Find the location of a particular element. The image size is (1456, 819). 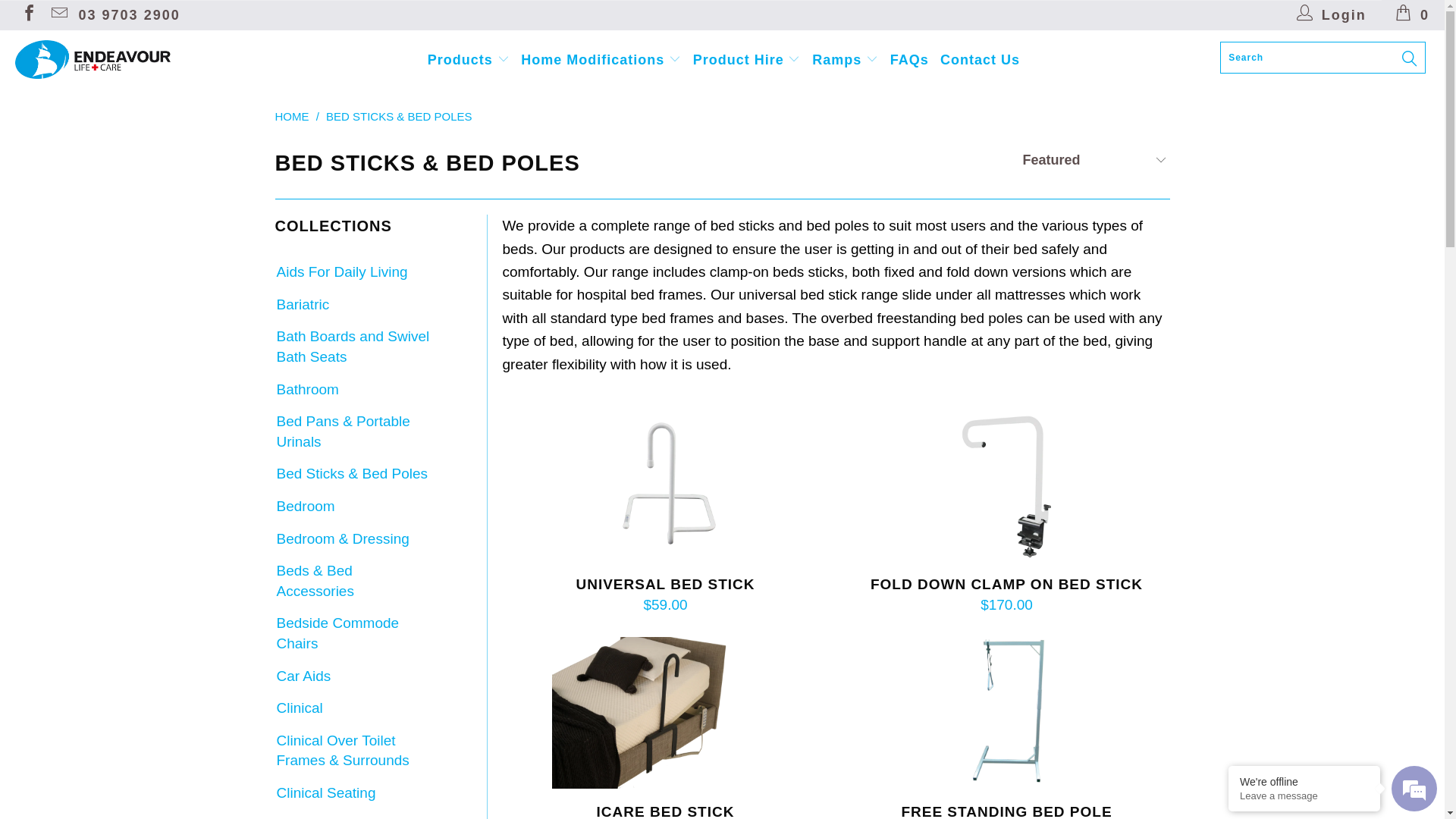

'Bath Boards and Swivel Bath Seats' is located at coordinates (352, 347).